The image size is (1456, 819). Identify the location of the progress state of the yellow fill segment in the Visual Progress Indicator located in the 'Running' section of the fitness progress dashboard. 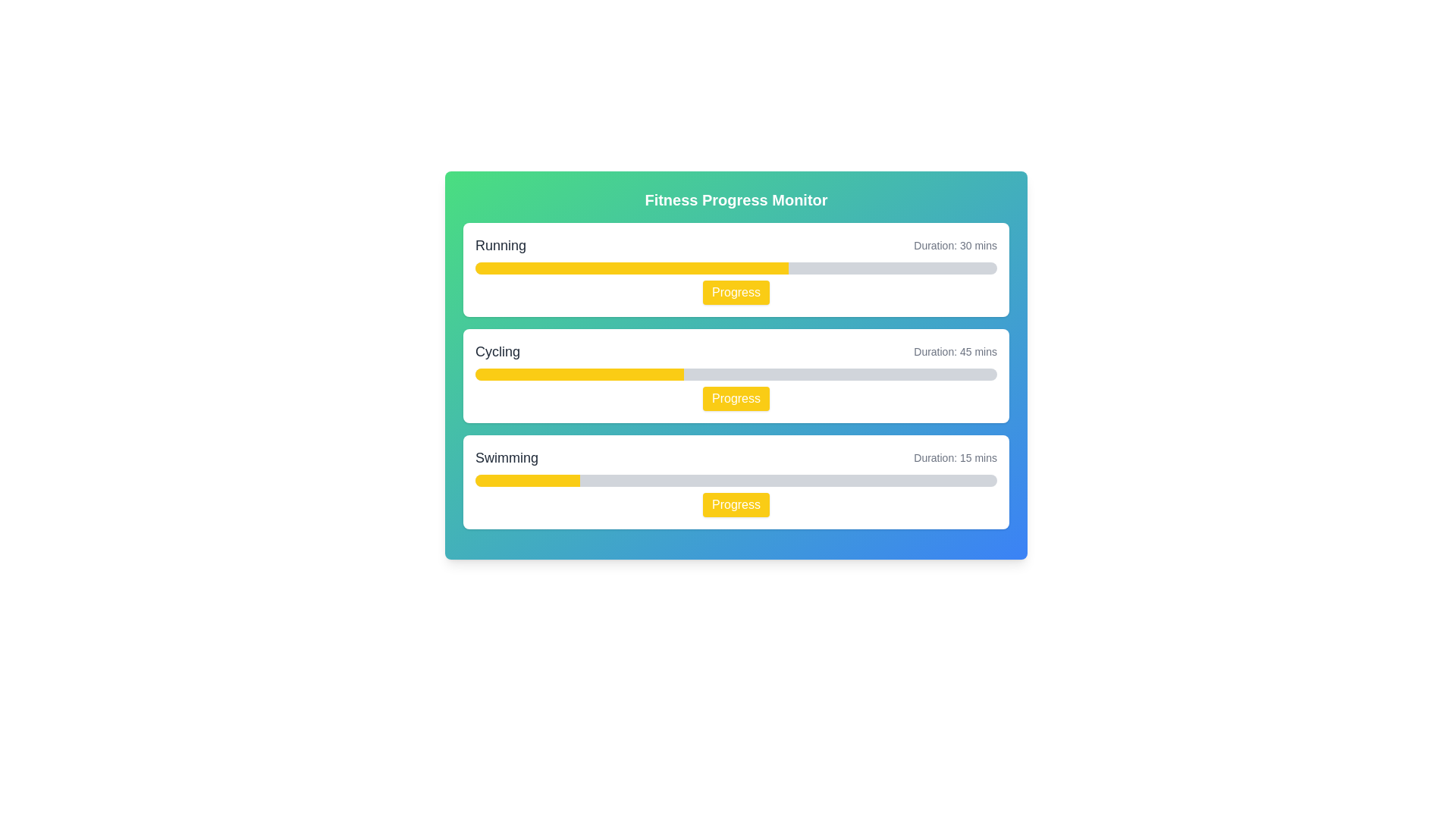
(632, 268).